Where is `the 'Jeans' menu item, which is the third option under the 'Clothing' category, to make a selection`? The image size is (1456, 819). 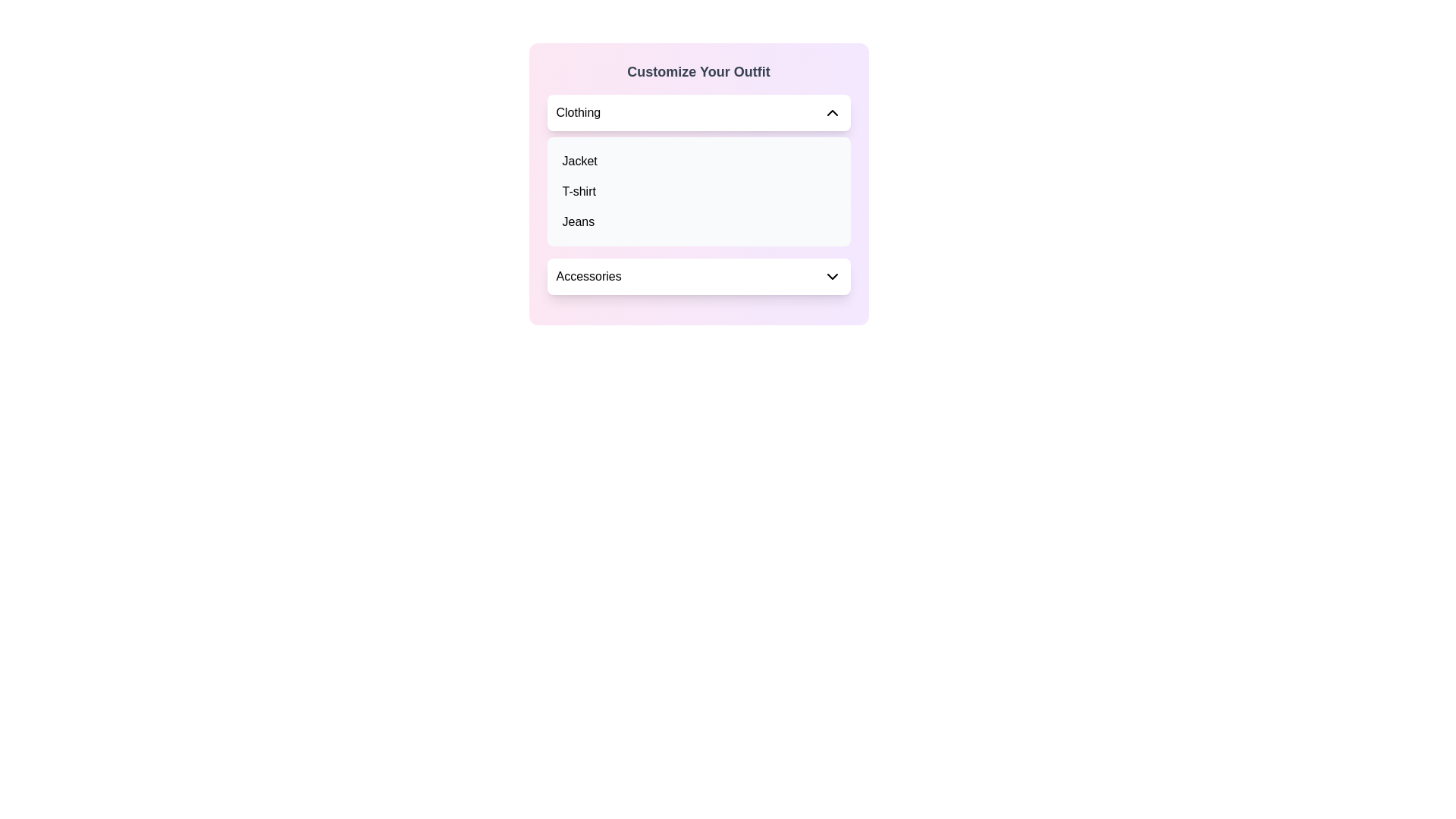 the 'Jeans' menu item, which is the third option under the 'Clothing' category, to make a selection is located at coordinates (698, 222).